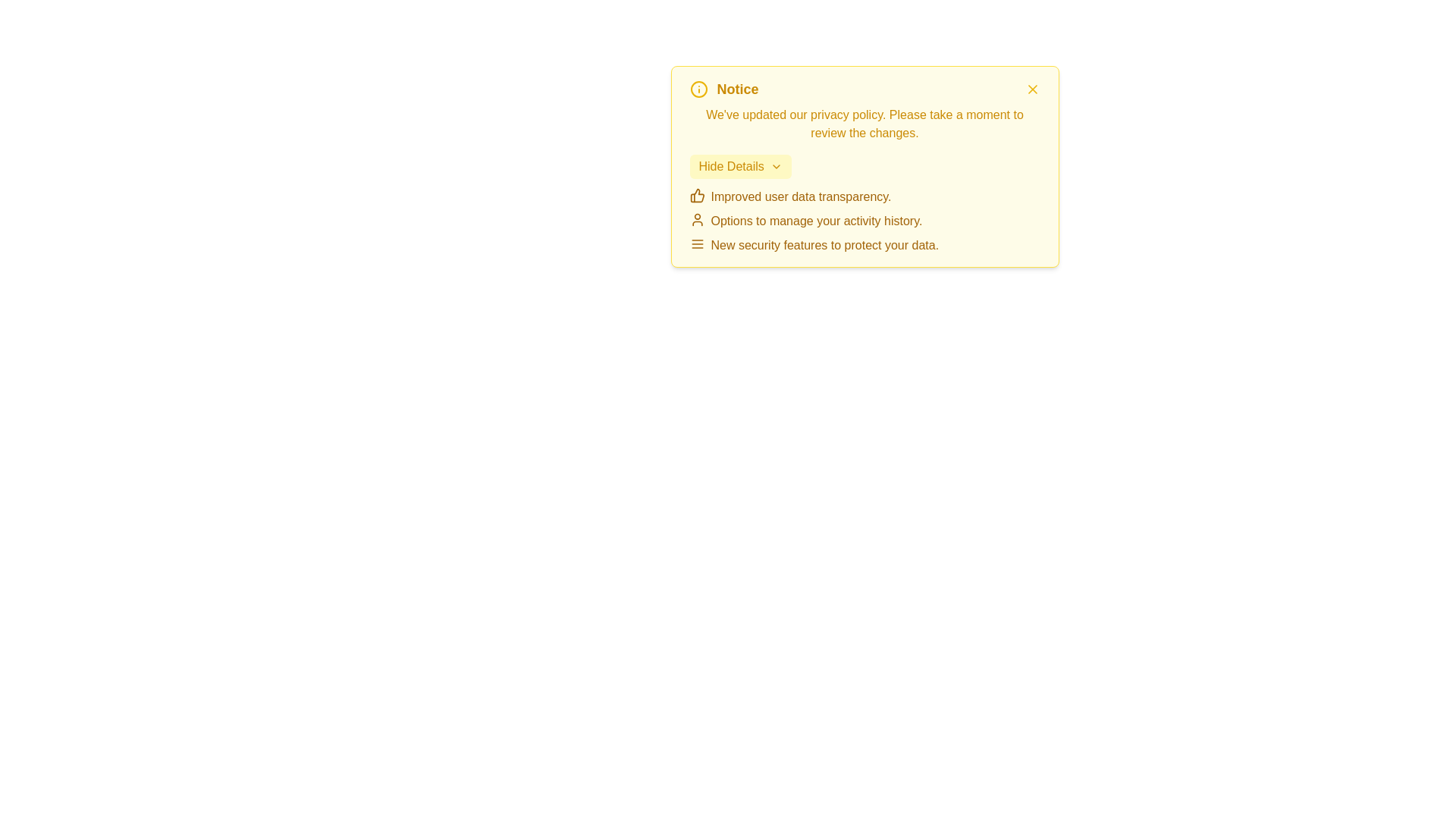 The image size is (1456, 819). What do you see at coordinates (864, 245) in the screenshot?
I see `the informational text stating 'New security features to protect your data' by moving the cursor to its center point for reading` at bounding box center [864, 245].